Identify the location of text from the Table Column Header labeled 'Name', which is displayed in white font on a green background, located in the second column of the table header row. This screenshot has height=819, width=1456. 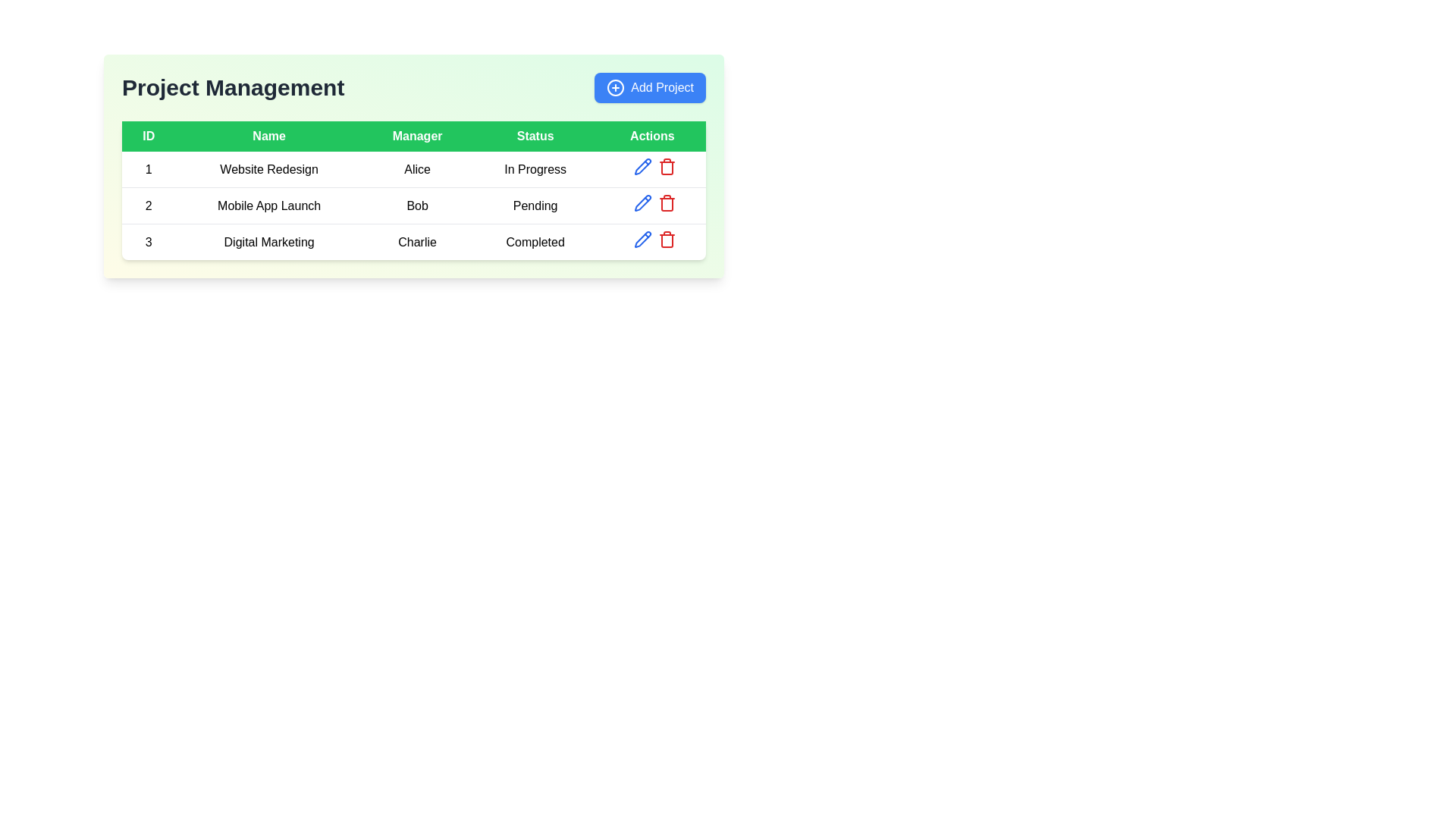
(269, 136).